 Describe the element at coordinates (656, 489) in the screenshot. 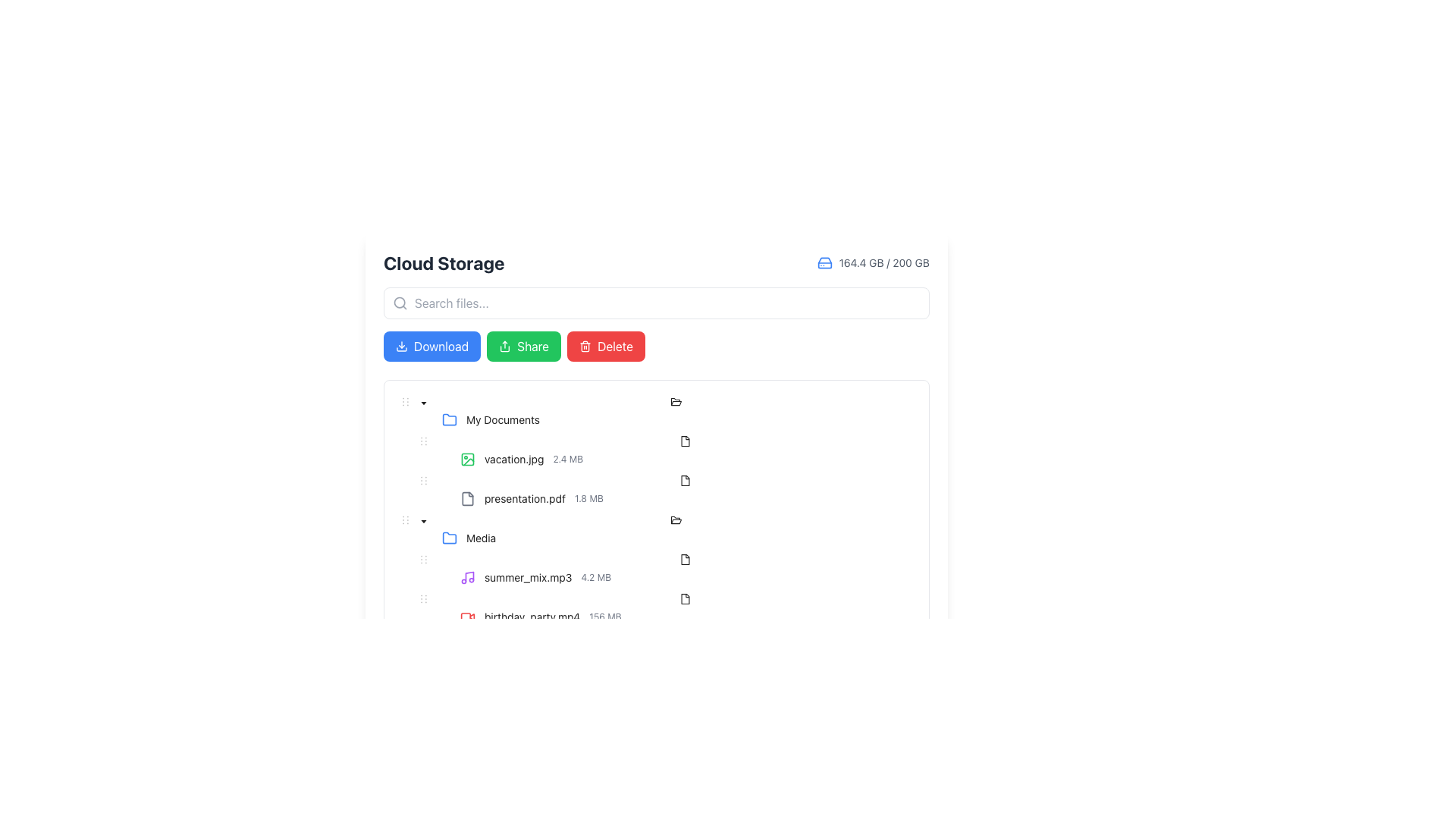

I see `the file entry titled 'presentation.pdf' from the 'My Documents' section` at that location.